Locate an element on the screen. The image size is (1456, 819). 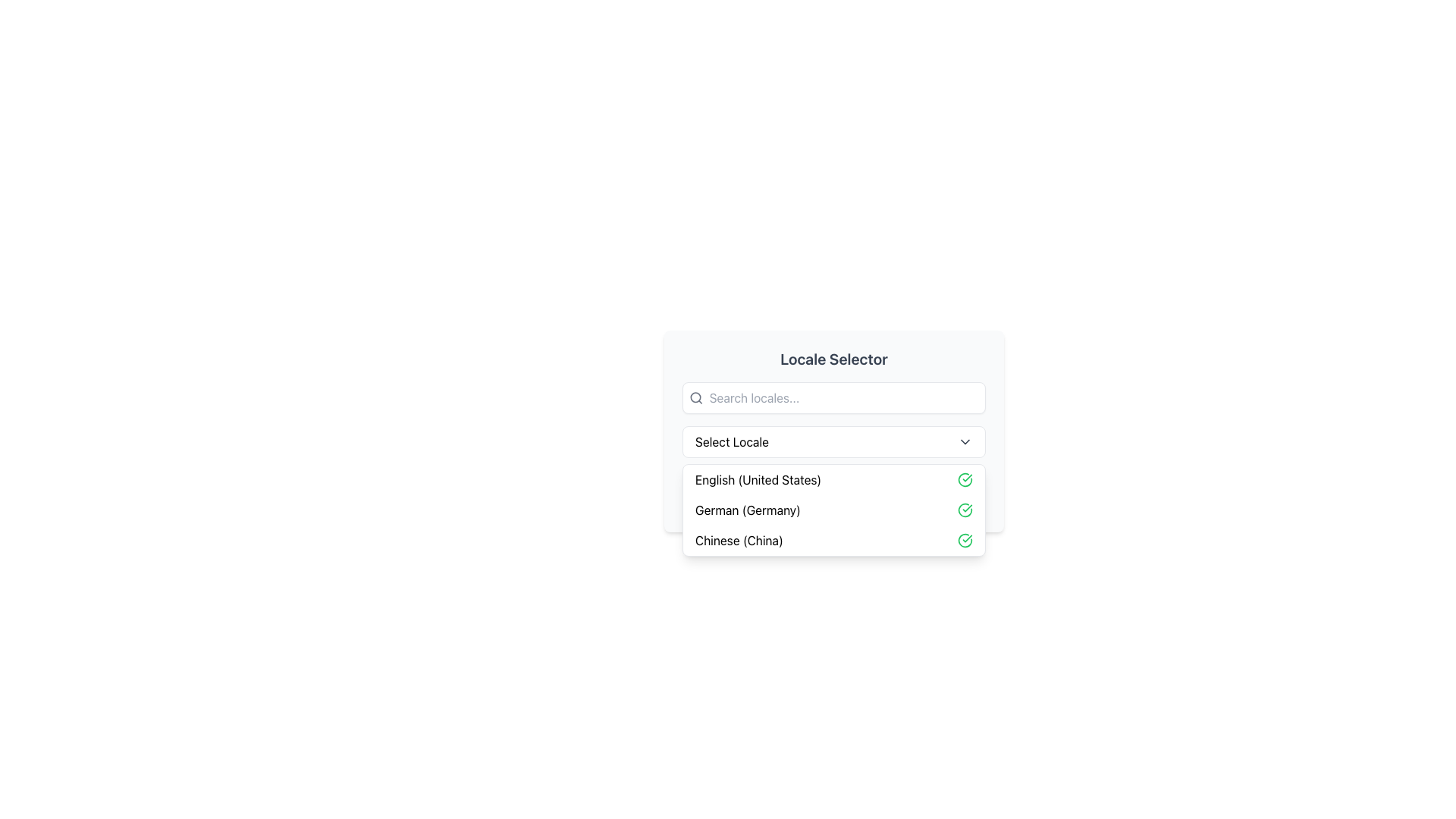
the circular part of the magnifying glass icon located to the left of the 'Search locales...' input field in the locale selector dialog is located at coordinates (695, 397).